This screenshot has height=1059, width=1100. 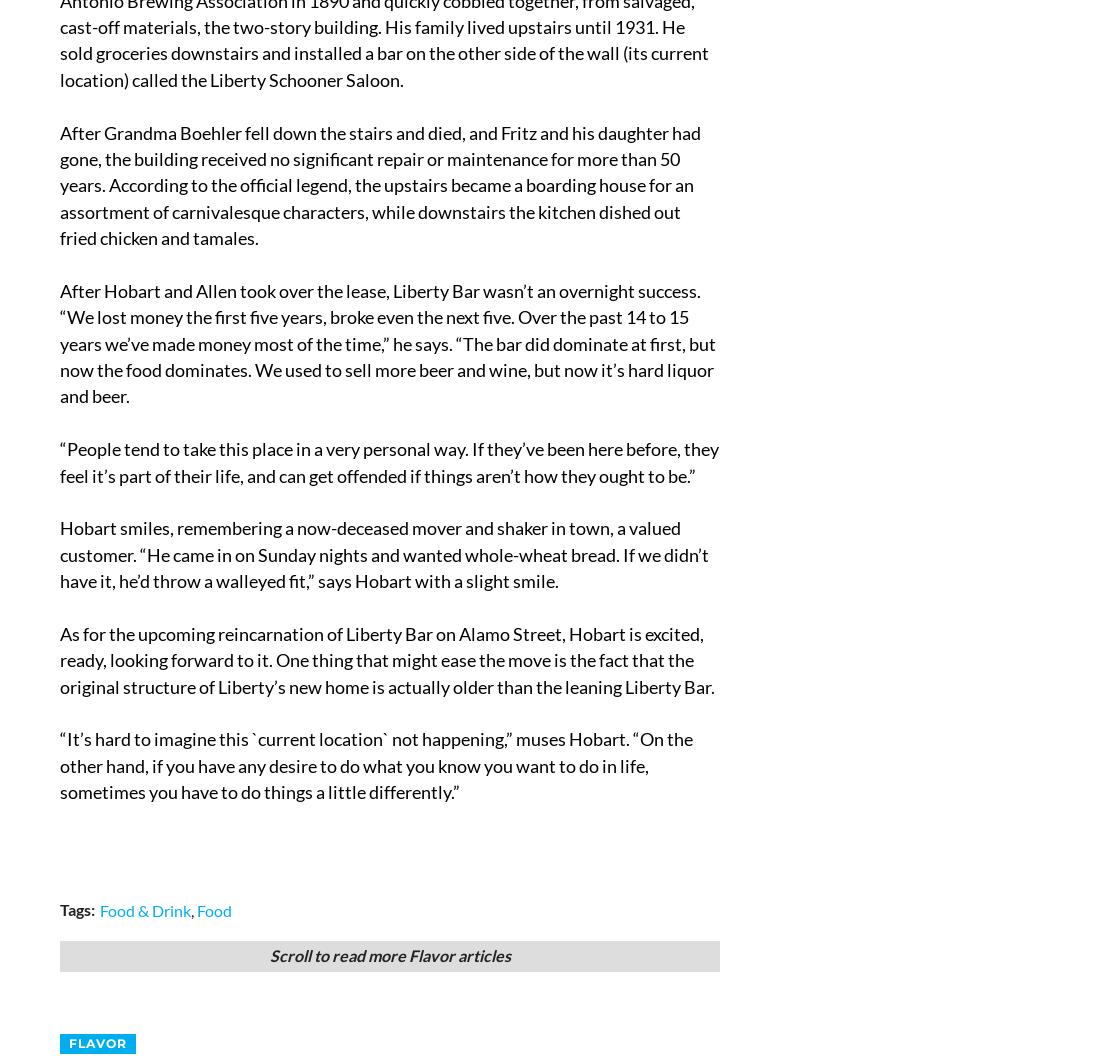 What do you see at coordinates (389, 462) in the screenshot?
I see `'“People tend to take this place in a very personal way. If they’ve been here before, they feel it’s part of their life, and can get offended if things aren’t how they ought to be.”'` at bounding box center [389, 462].